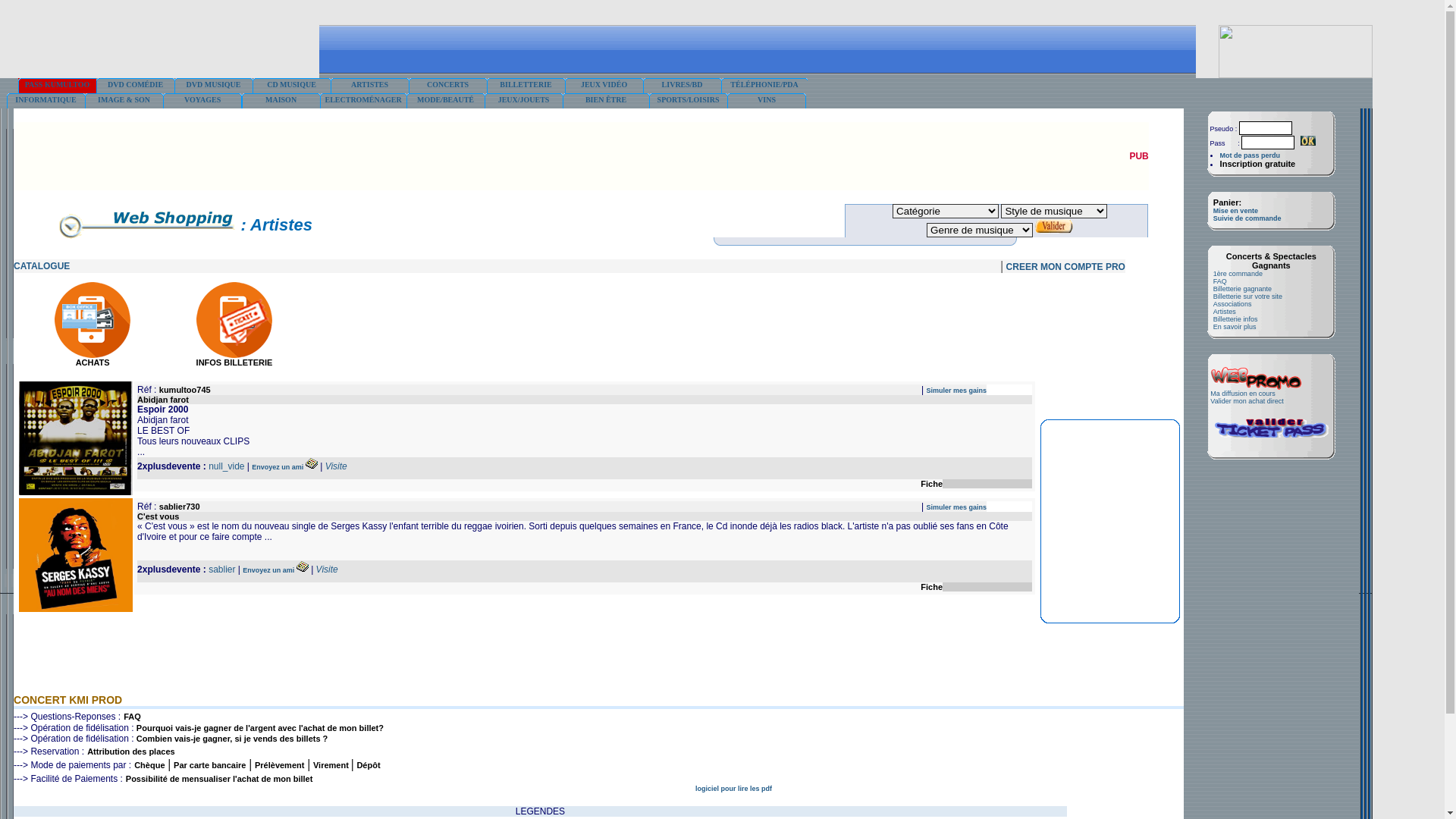 The height and width of the screenshot is (819, 1456). I want to click on 'Valider mon achat direct', so click(1246, 400).